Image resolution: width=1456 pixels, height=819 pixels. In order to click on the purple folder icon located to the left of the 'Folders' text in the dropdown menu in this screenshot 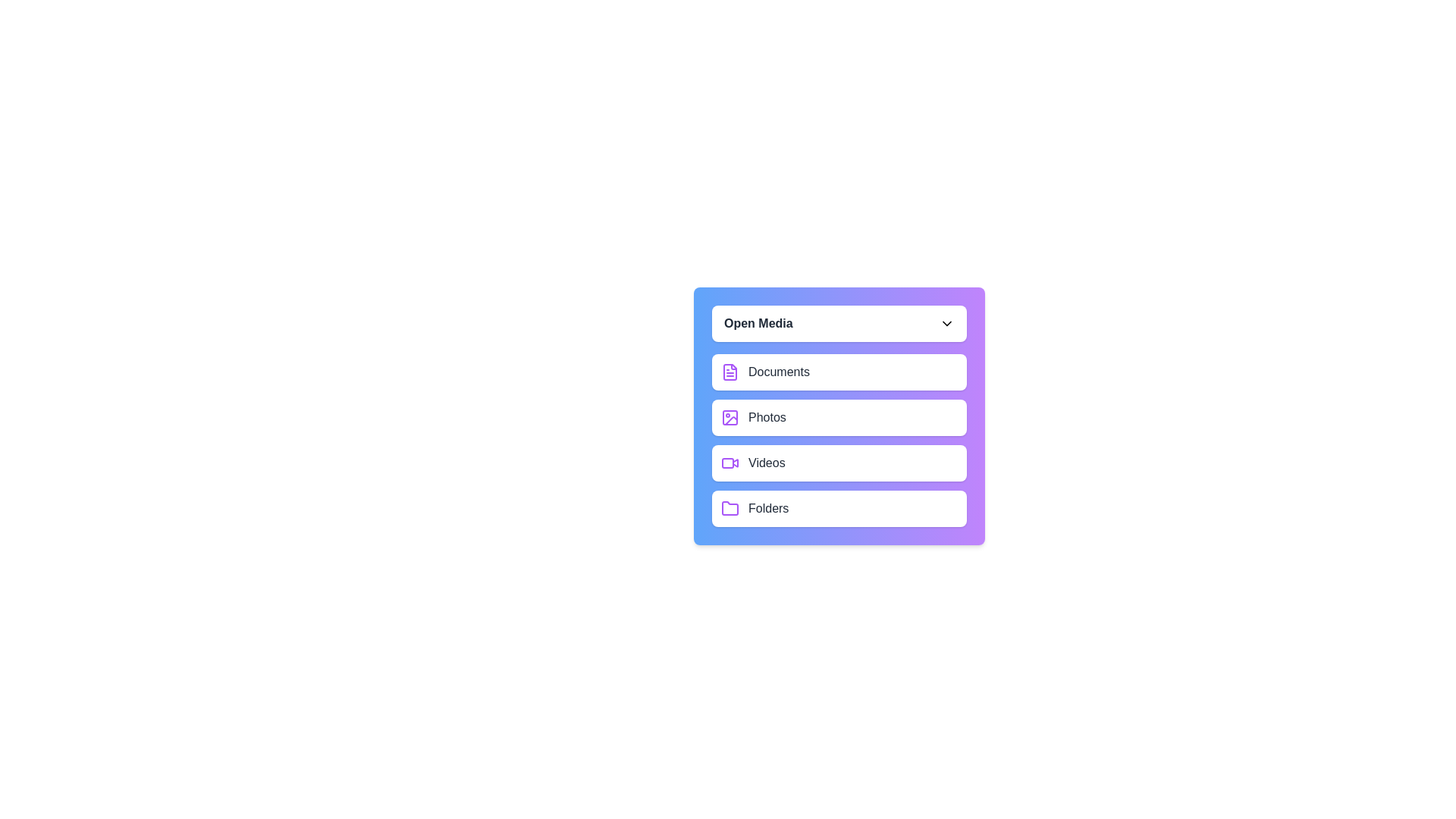, I will do `click(730, 508)`.